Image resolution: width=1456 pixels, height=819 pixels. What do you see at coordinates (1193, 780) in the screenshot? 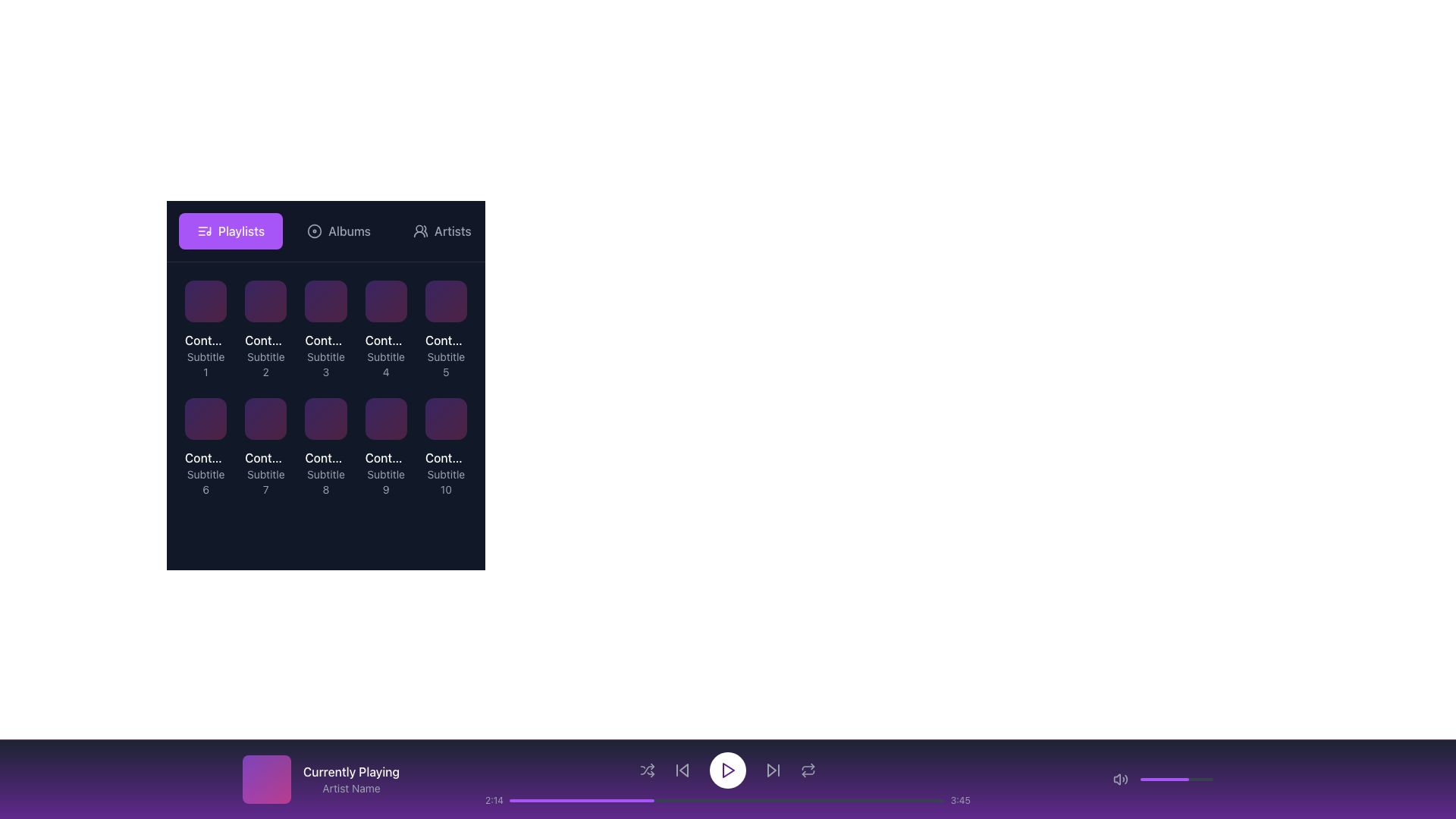
I see `the volume slider` at bounding box center [1193, 780].